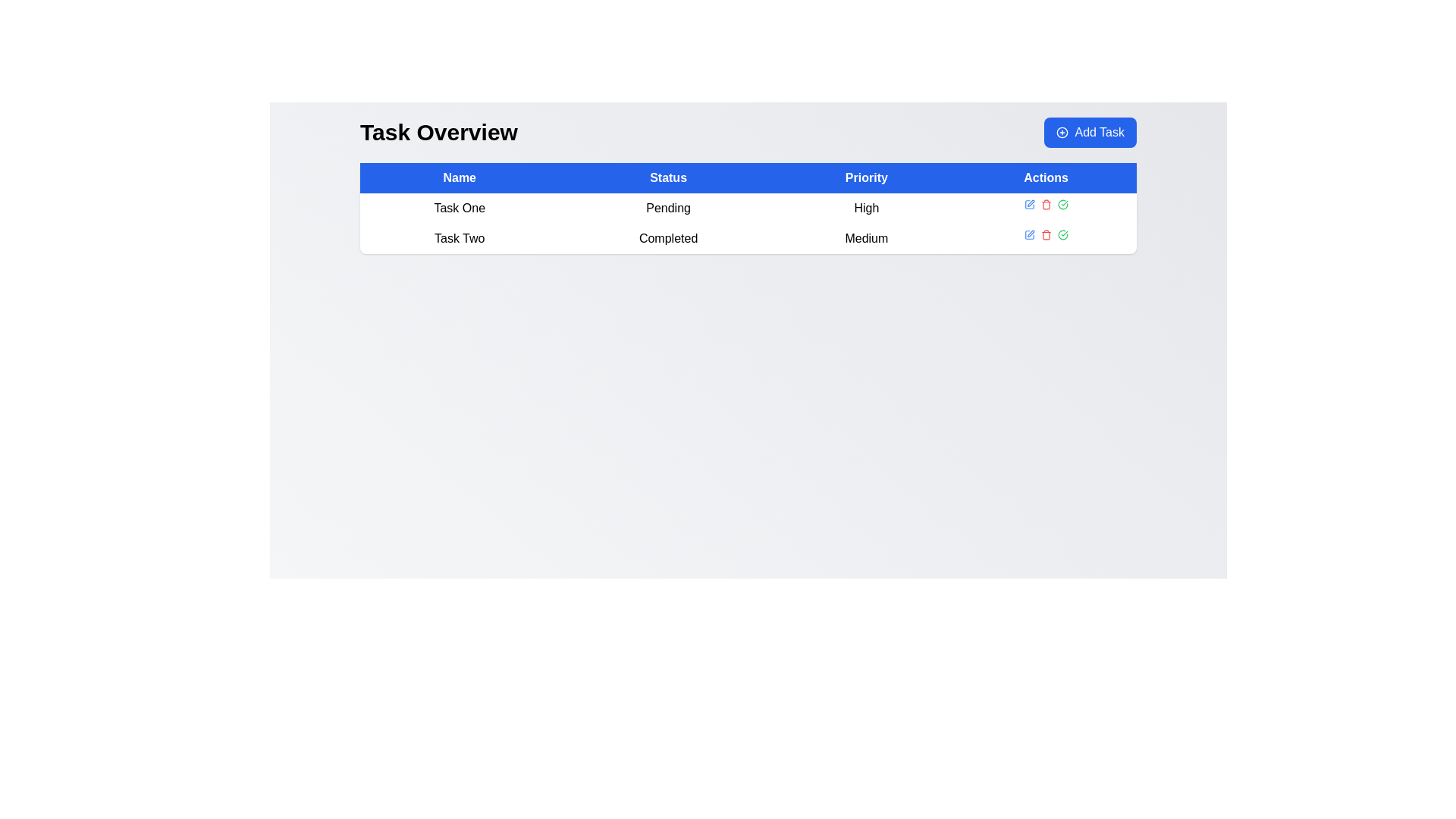 The height and width of the screenshot is (819, 1456). What do you see at coordinates (667, 177) in the screenshot?
I see `the 'Status' text label, which is bold and centered against a blue background in the second column of the header row` at bounding box center [667, 177].